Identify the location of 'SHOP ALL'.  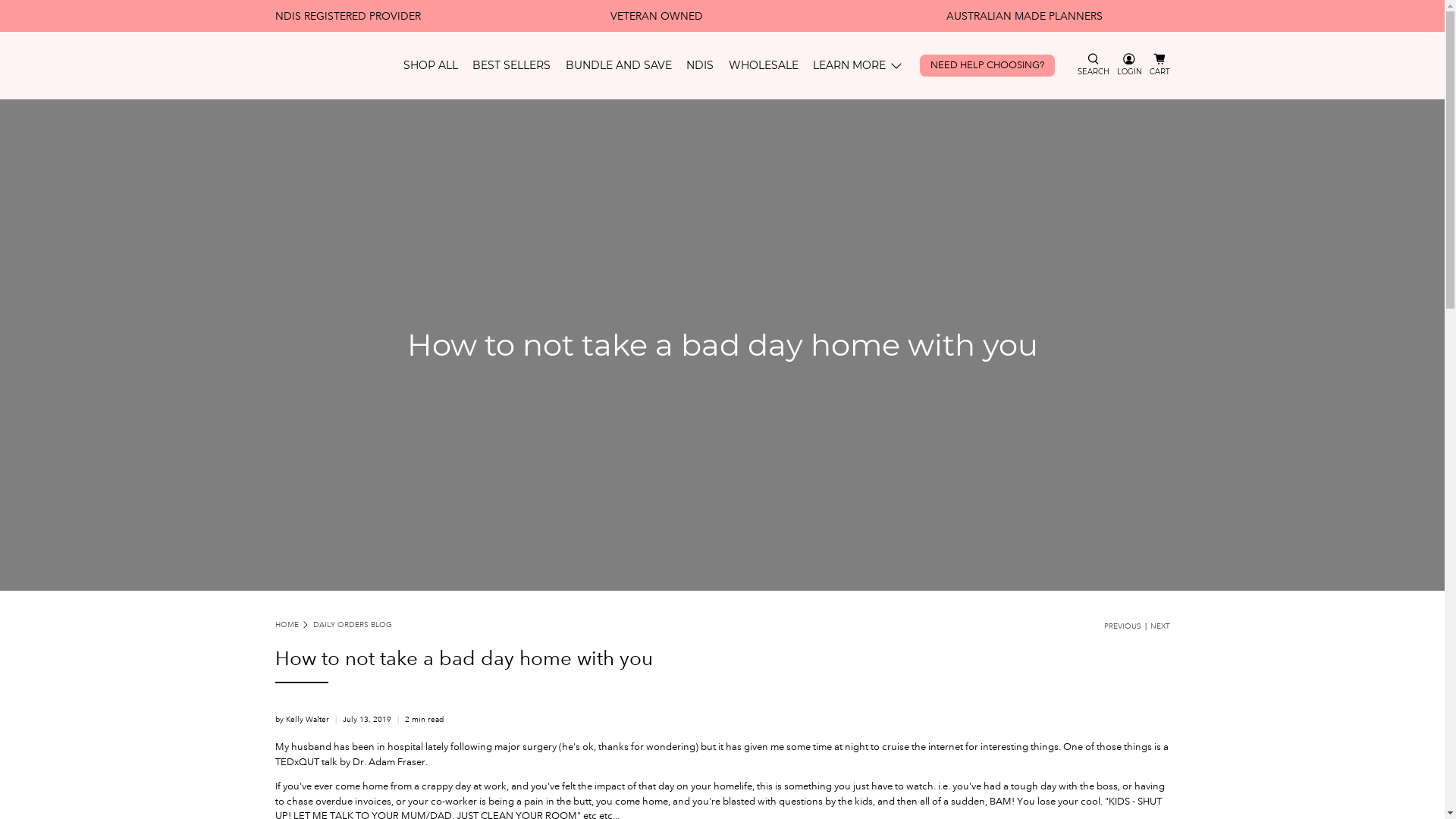
(429, 64).